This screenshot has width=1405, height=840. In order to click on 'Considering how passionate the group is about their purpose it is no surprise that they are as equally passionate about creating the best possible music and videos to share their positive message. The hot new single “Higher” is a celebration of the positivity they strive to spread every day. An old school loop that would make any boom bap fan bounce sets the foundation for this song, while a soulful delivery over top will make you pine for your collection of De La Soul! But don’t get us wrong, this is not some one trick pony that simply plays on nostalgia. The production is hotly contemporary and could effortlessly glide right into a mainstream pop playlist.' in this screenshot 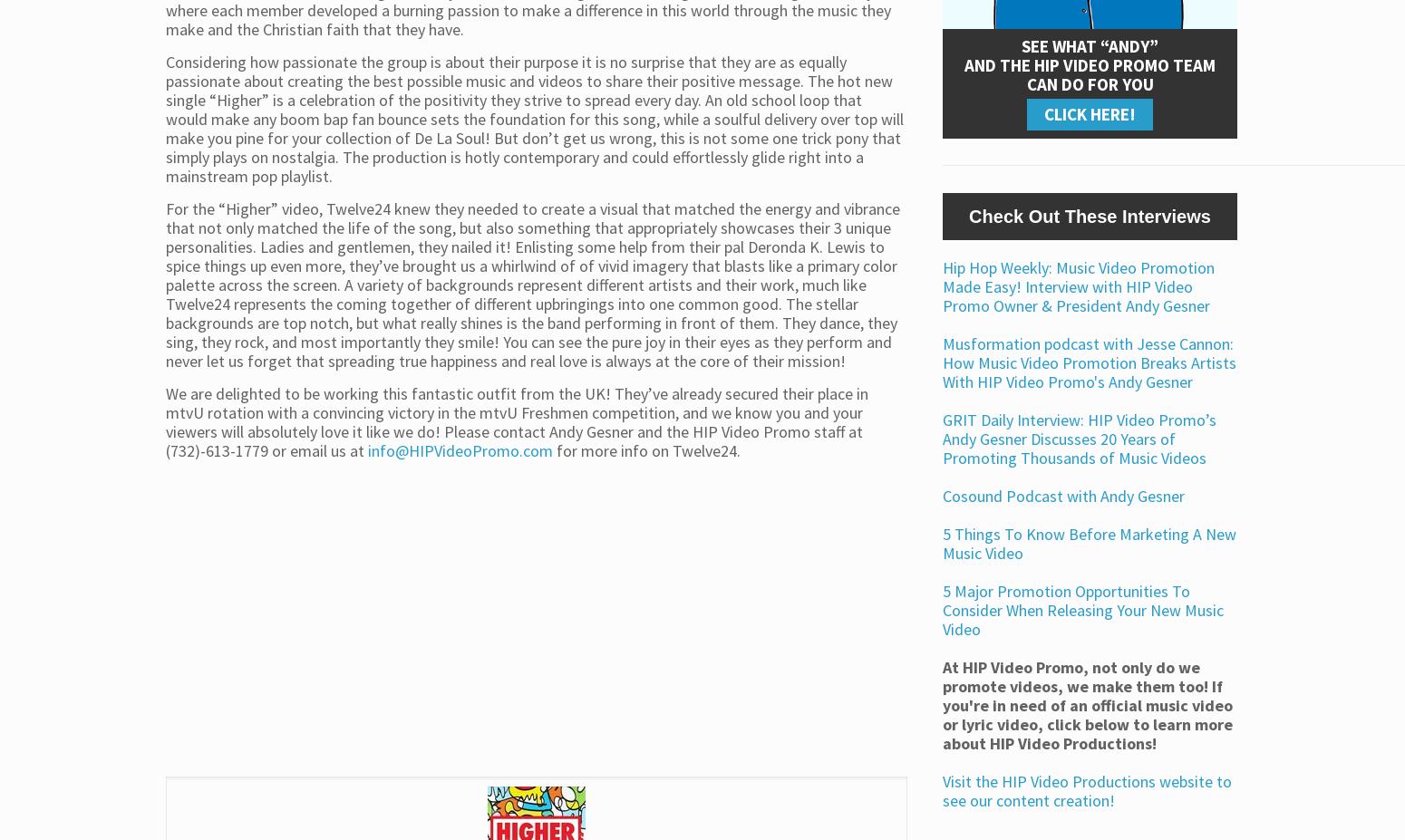, I will do `click(534, 117)`.